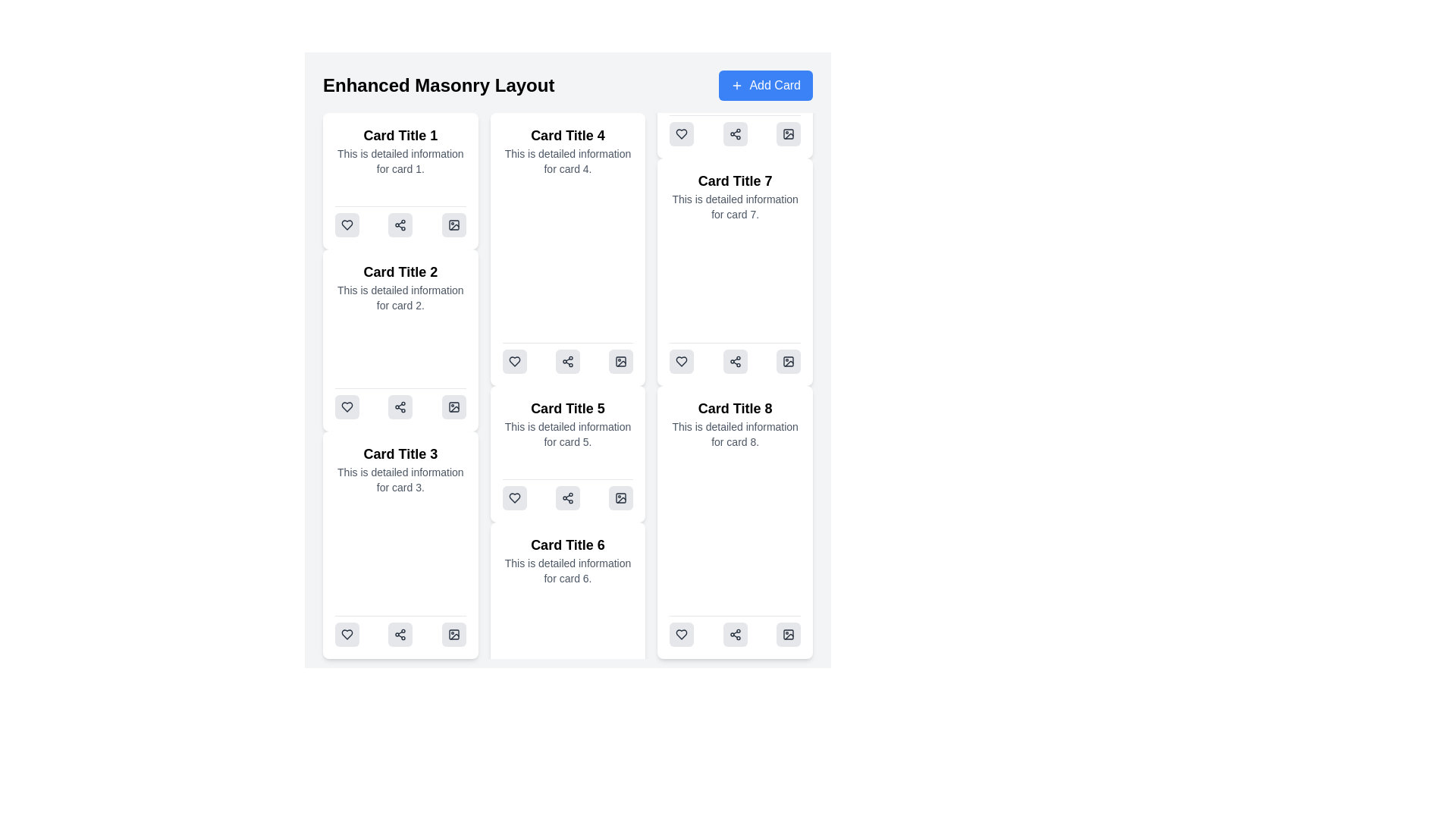 The width and height of the screenshot is (1456, 819). I want to click on the 'like' or 'favorite' button located at the top-right corner of the card labeled 'Card Title 4', so click(681, 133).